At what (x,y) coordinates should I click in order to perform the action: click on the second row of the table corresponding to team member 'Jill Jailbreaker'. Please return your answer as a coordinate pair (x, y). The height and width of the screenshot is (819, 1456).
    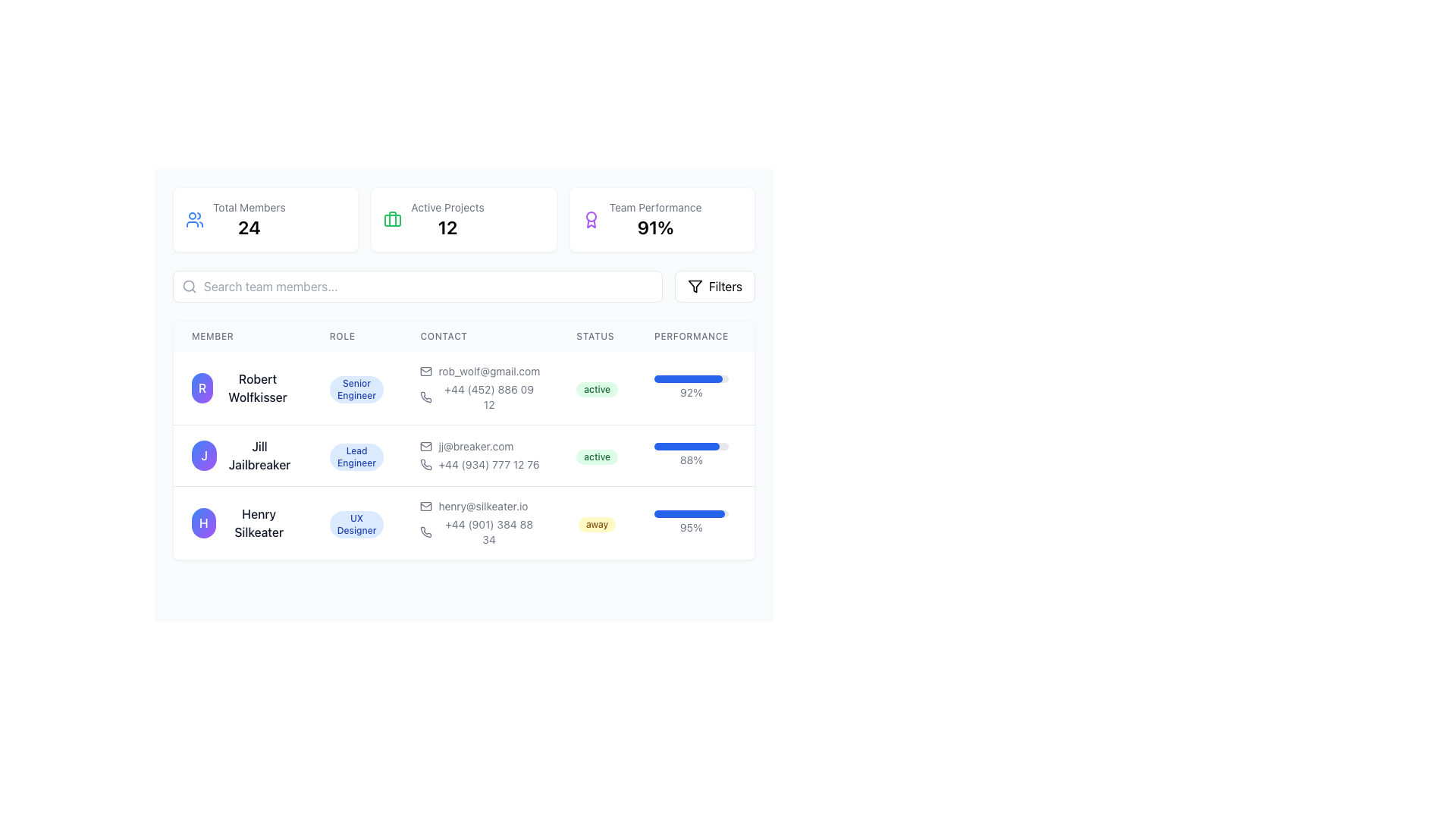
    Looking at the image, I should click on (463, 441).